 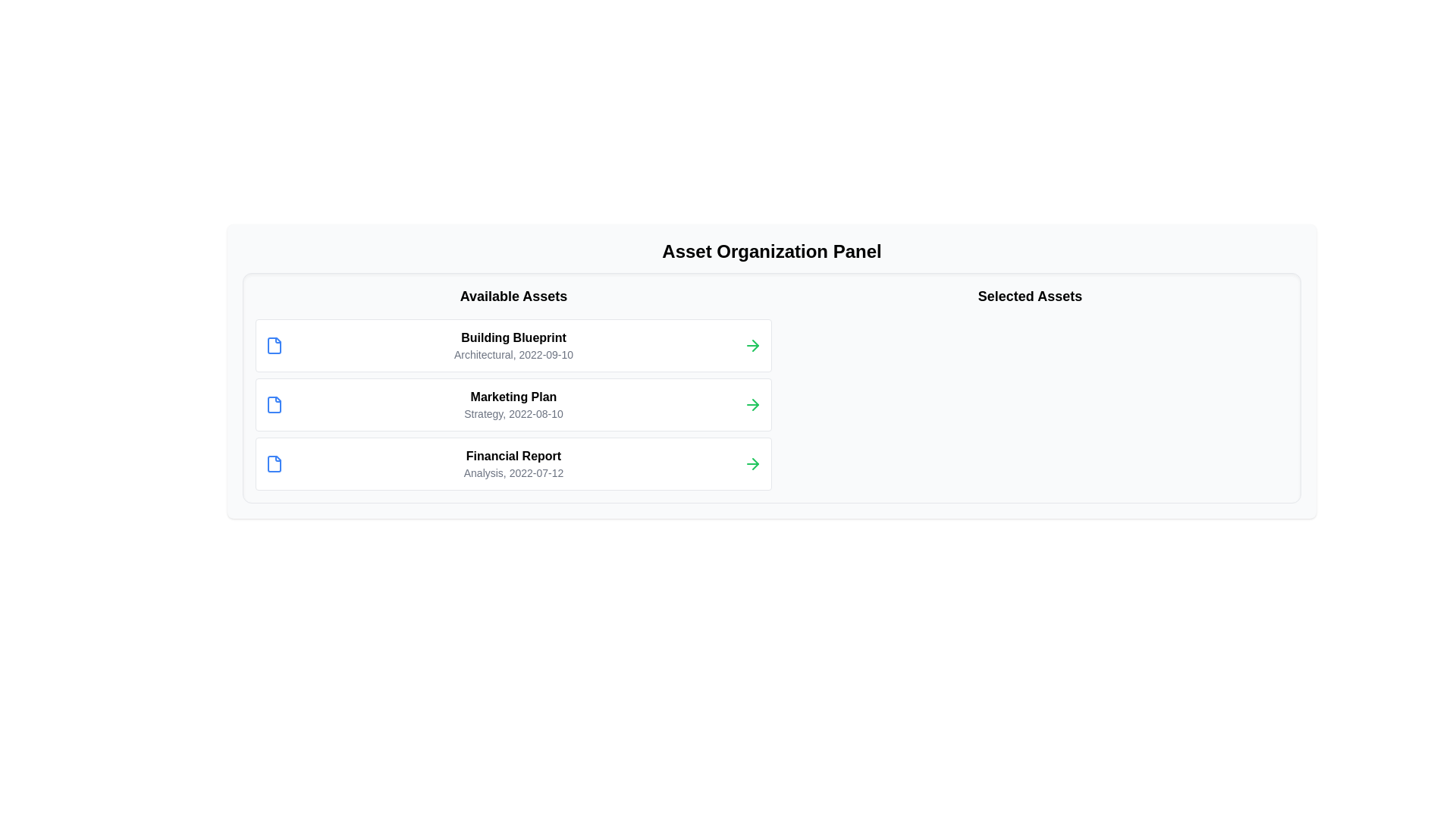 What do you see at coordinates (755, 345) in the screenshot?
I see `the green arrow icon representing an action/navigation chevron located between the 'Marketing Plan' list item and additional content in the 'Available Assets' section` at bounding box center [755, 345].